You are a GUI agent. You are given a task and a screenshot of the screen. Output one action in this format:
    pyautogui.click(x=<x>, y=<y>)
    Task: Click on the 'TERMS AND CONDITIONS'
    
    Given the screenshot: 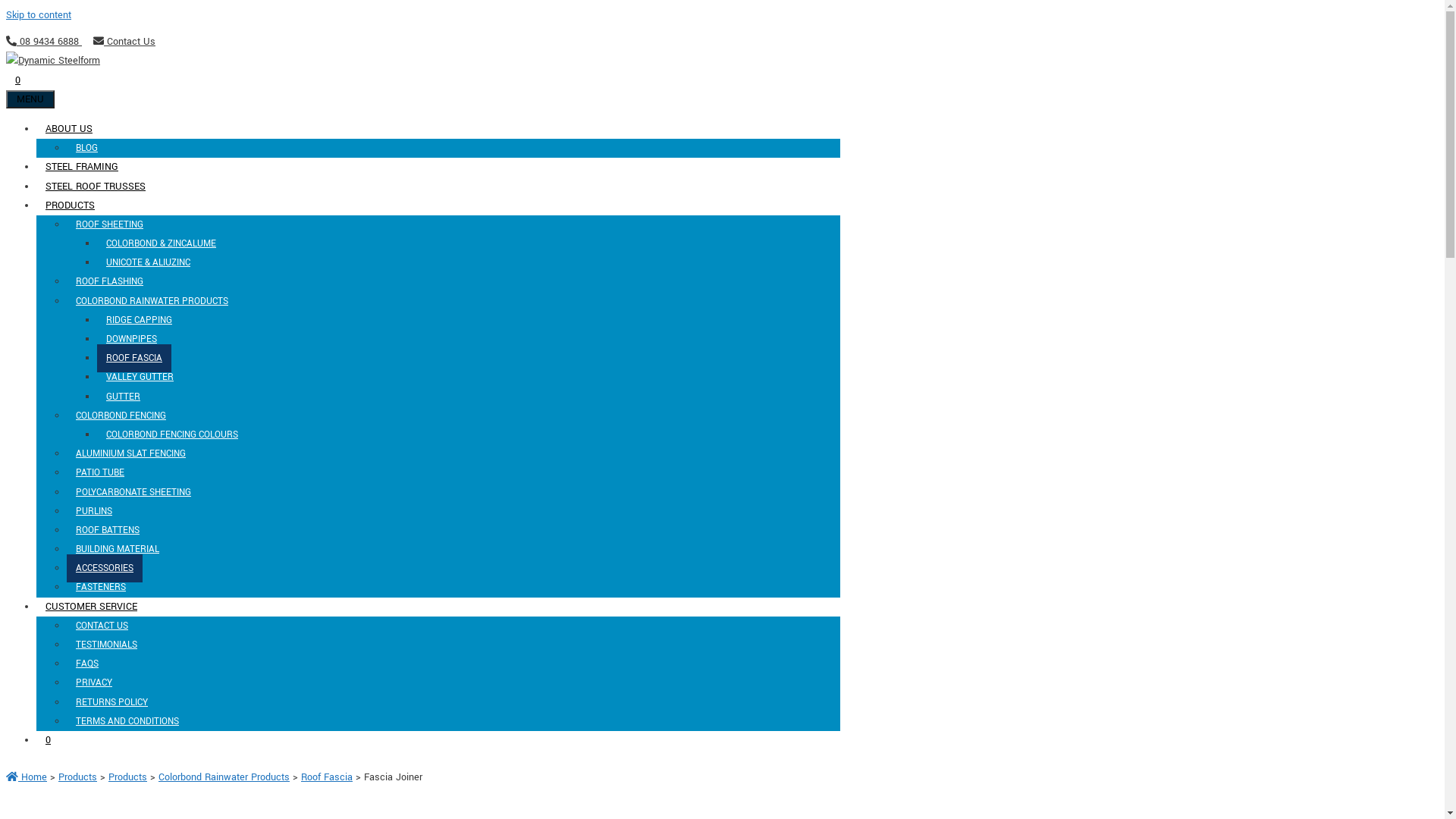 What is the action you would take?
    pyautogui.click(x=127, y=720)
    